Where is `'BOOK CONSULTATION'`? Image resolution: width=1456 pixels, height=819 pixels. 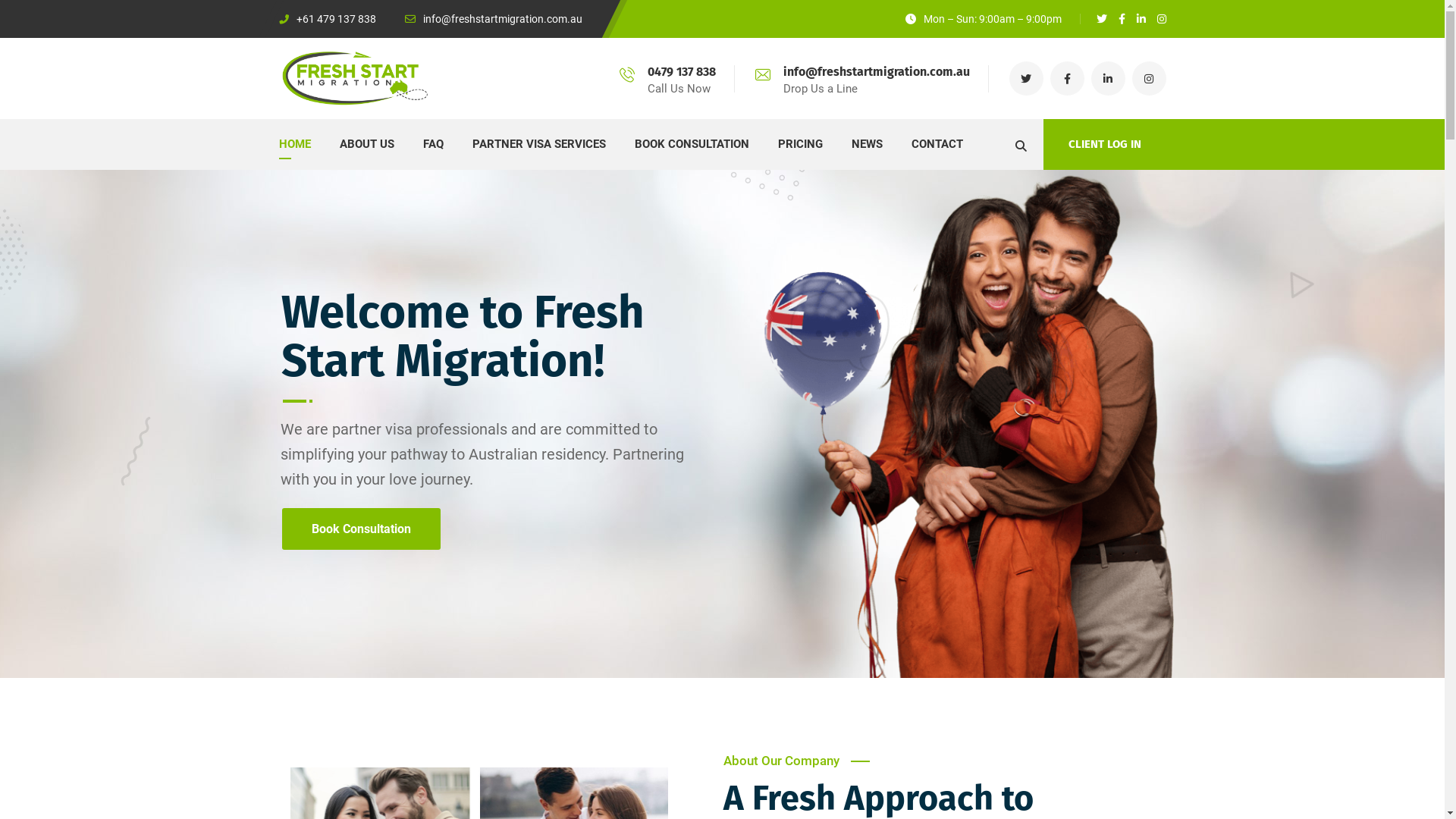 'BOOK CONSULTATION' is located at coordinates (690, 144).